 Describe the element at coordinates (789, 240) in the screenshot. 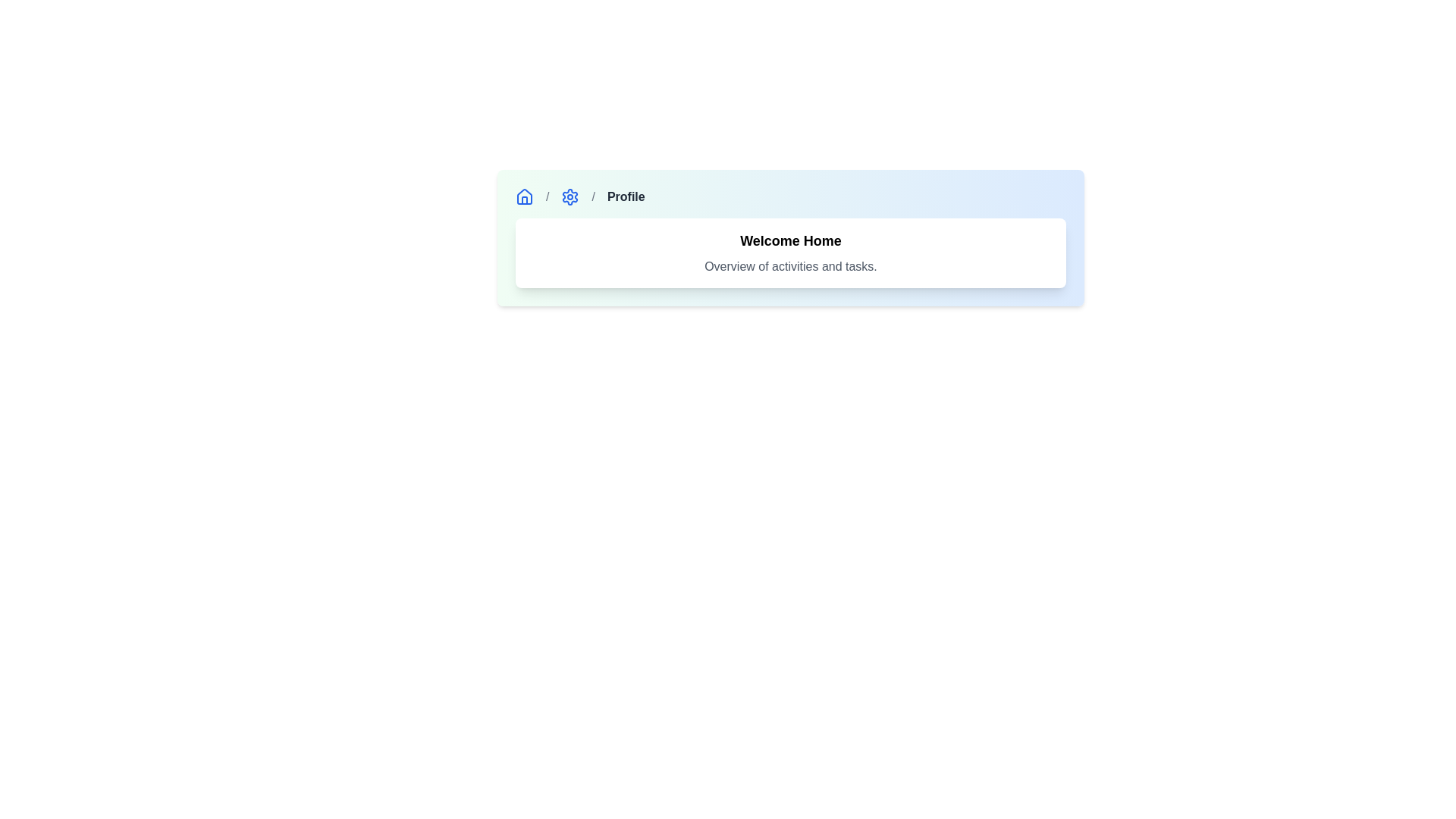

I see `text label that says 'Welcome Home', which is prominently displayed in bold and large font at the top of its section` at that location.